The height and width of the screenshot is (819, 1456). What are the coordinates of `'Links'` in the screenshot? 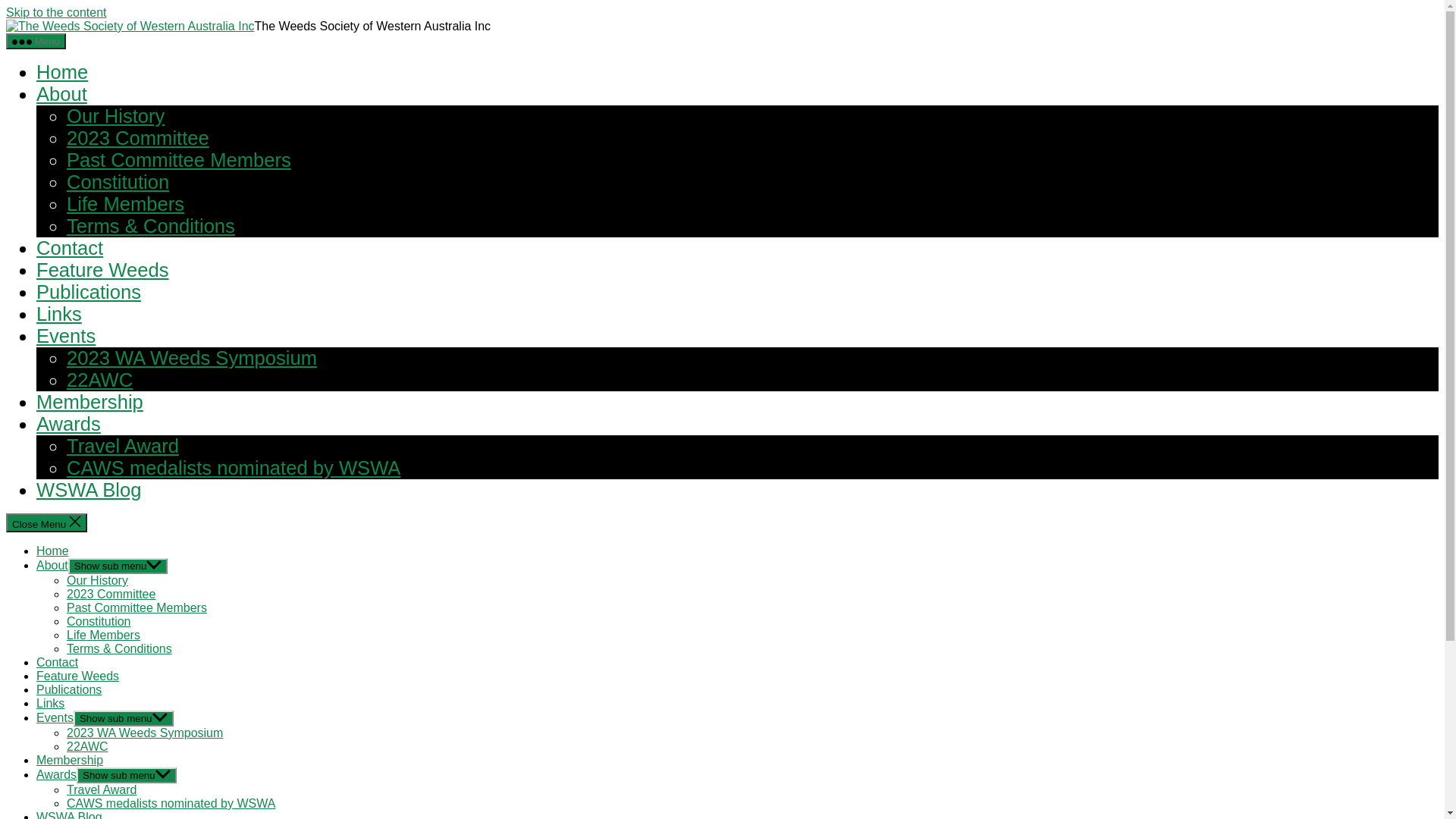 It's located at (50, 703).